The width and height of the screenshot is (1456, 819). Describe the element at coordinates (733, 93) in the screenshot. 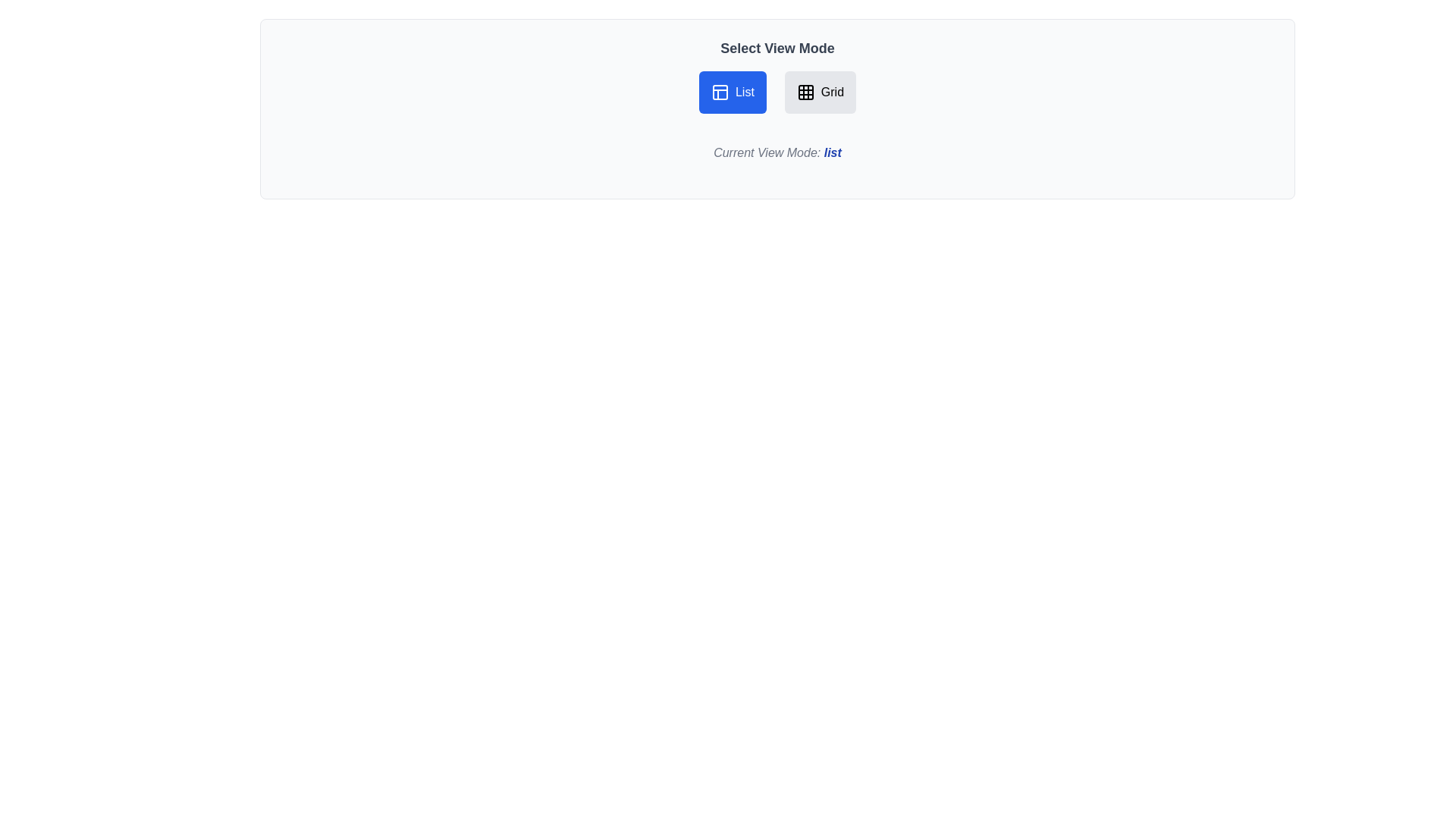

I see `the List button to switch the view mode` at that location.